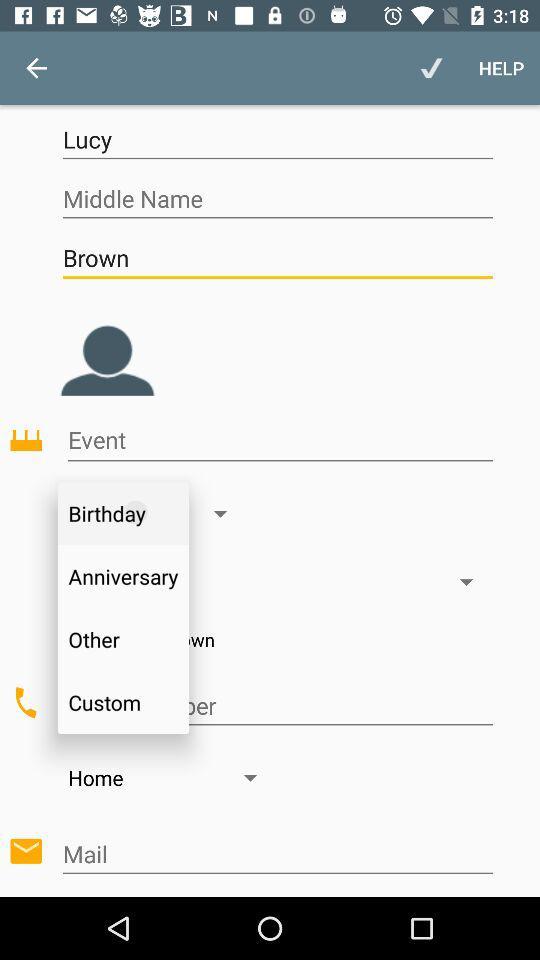  What do you see at coordinates (276, 199) in the screenshot?
I see `middle name` at bounding box center [276, 199].